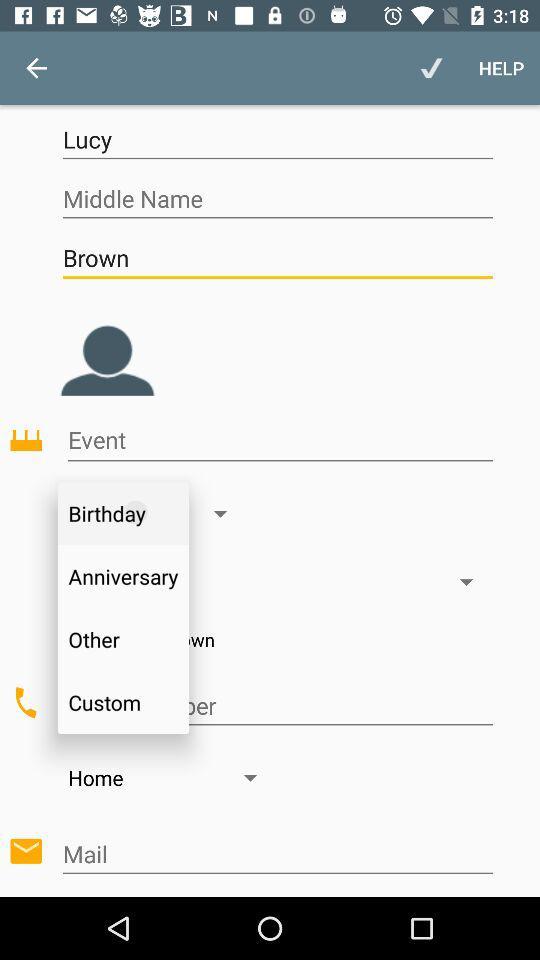  What do you see at coordinates (276, 199) in the screenshot?
I see `middle name` at bounding box center [276, 199].